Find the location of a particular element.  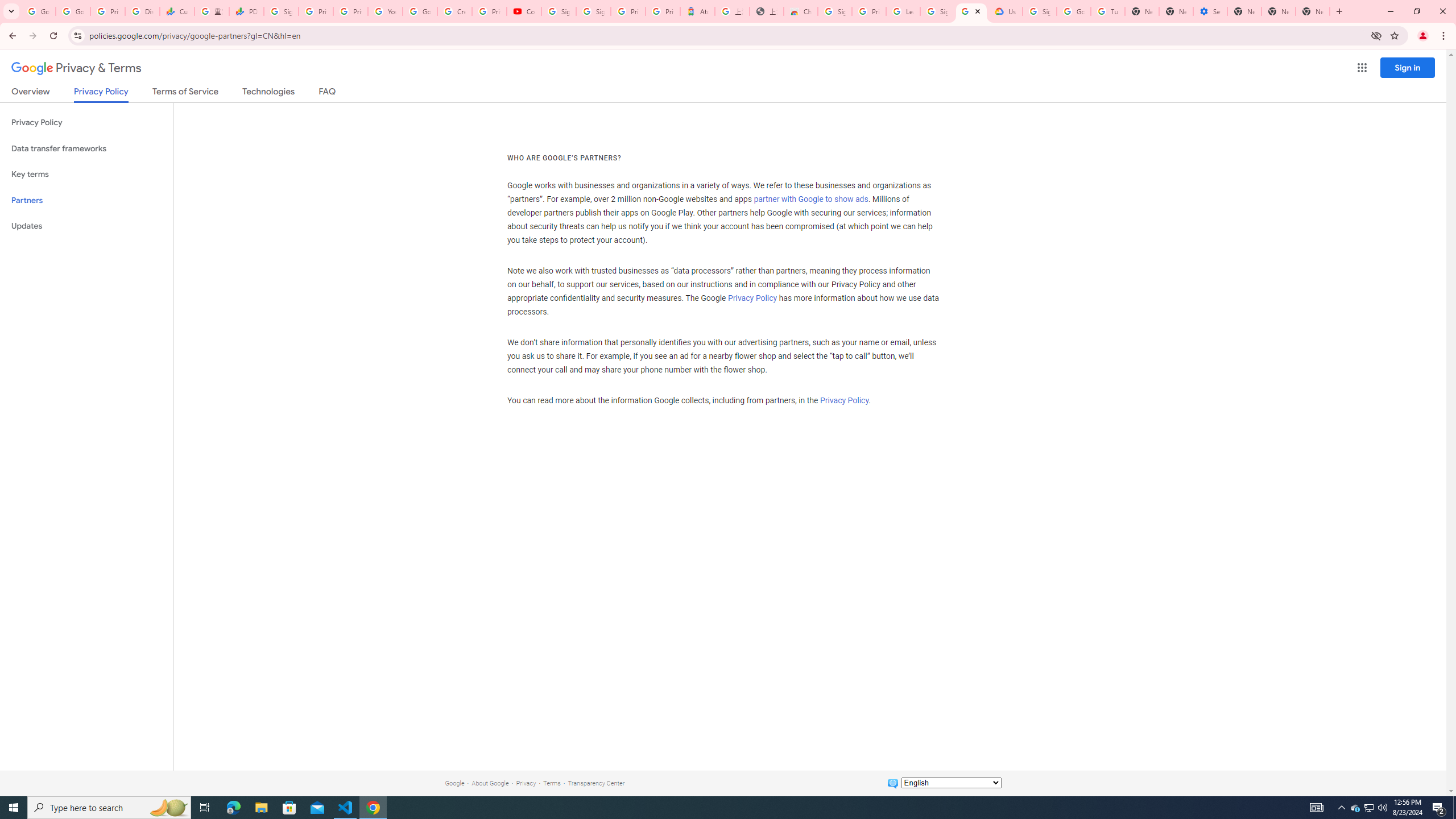

'PDD Holdings Inc - ADR (PDD) Price & News - Google Finance' is located at coordinates (246, 11).